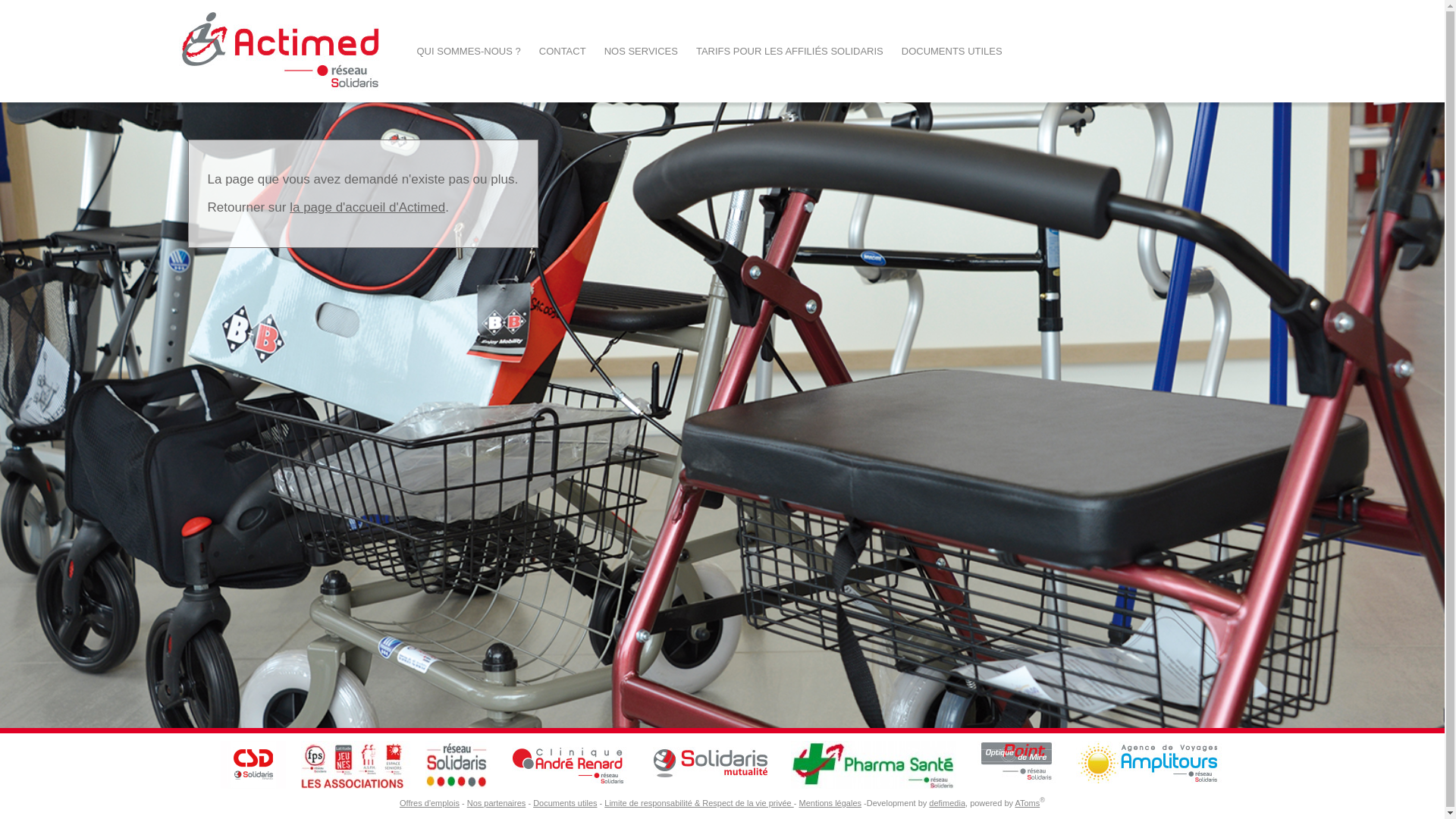  What do you see at coordinates (595, 50) in the screenshot?
I see `'NOS SERVICES'` at bounding box center [595, 50].